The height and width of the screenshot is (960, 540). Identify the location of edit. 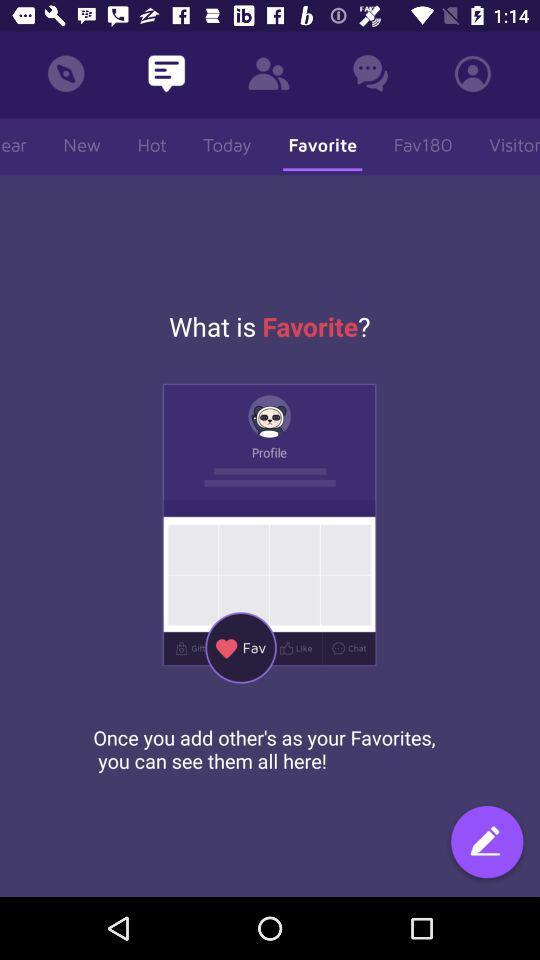
(486, 843).